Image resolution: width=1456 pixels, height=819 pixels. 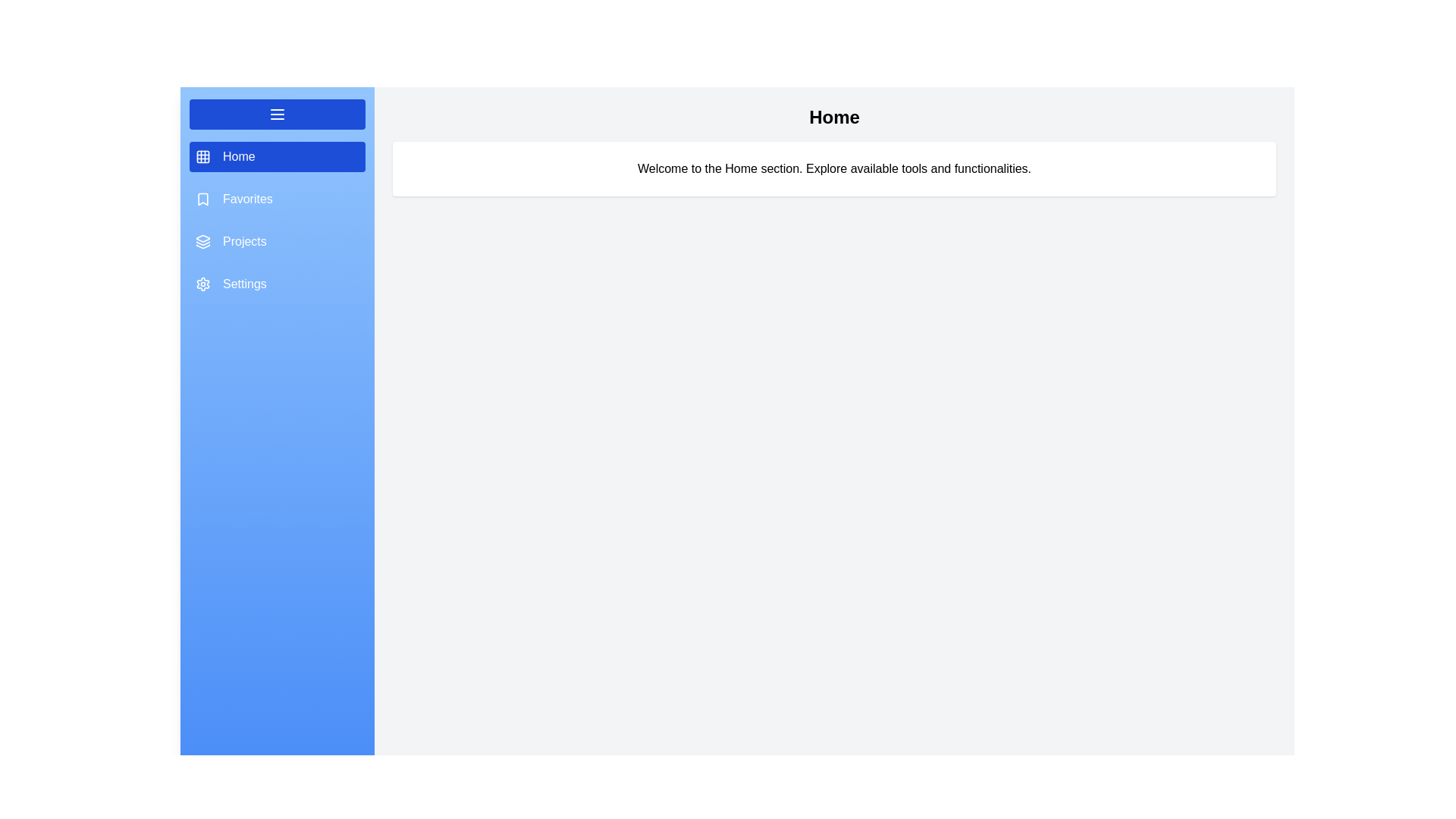 What do you see at coordinates (277, 113) in the screenshot?
I see `toggle button to change the drawer's state` at bounding box center [277, 113].